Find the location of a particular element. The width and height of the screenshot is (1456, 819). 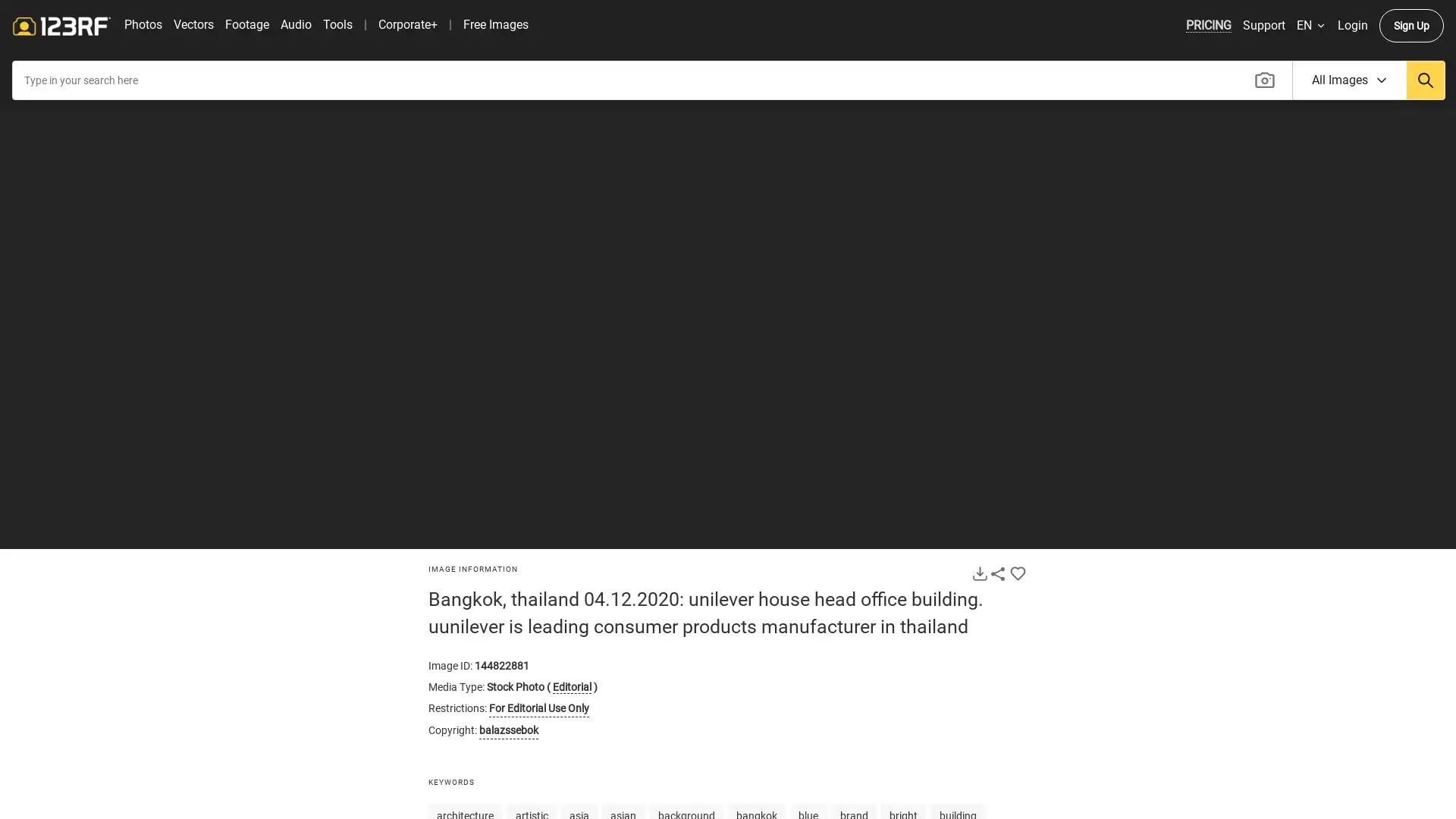

FACEBOOK_STORY Facebook story 1080 x 1920 px is located at coordinates (1395, 604).